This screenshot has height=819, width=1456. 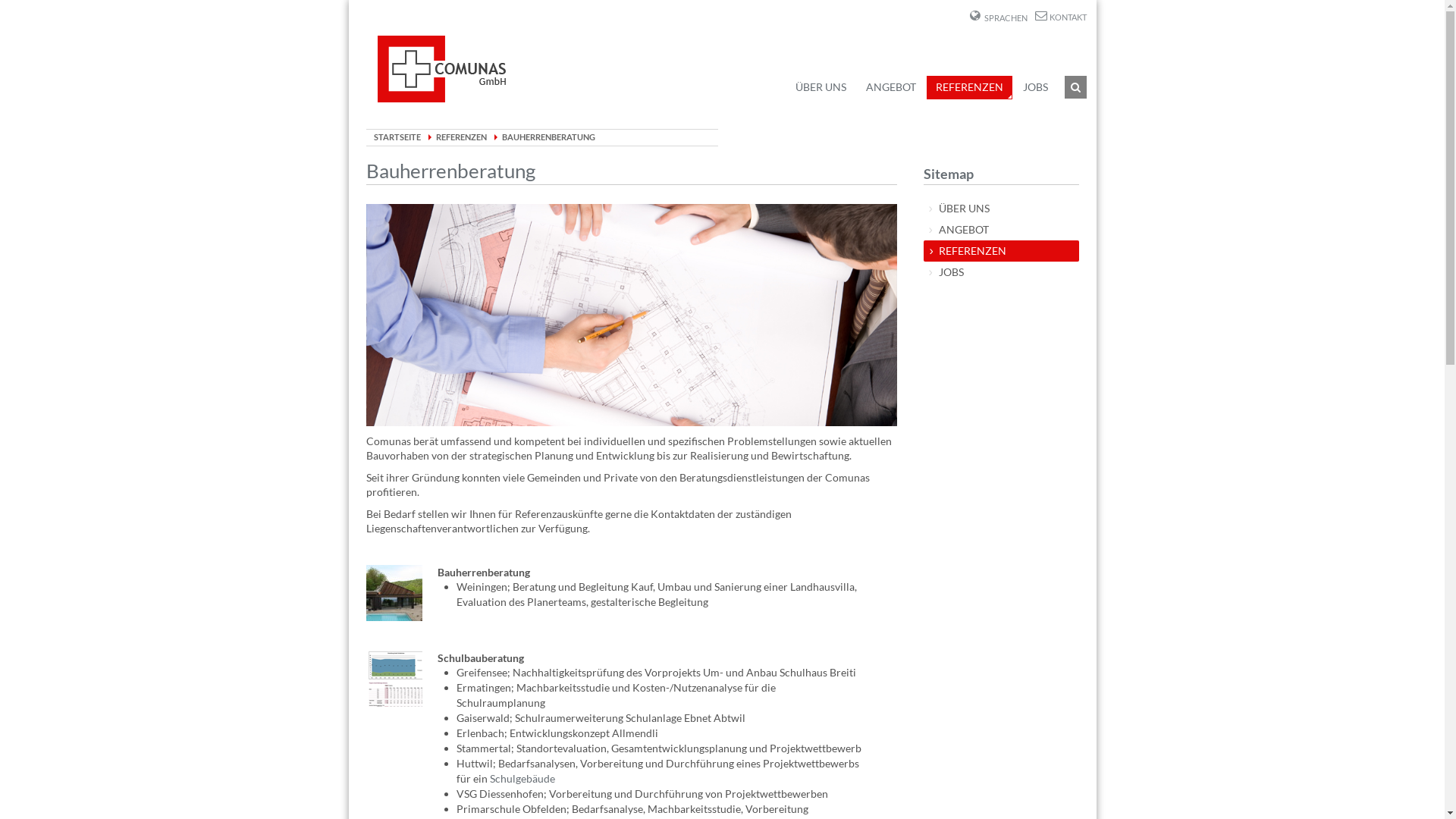 I want to click on 'REFERENZEN', so click(x=1001, y=250).